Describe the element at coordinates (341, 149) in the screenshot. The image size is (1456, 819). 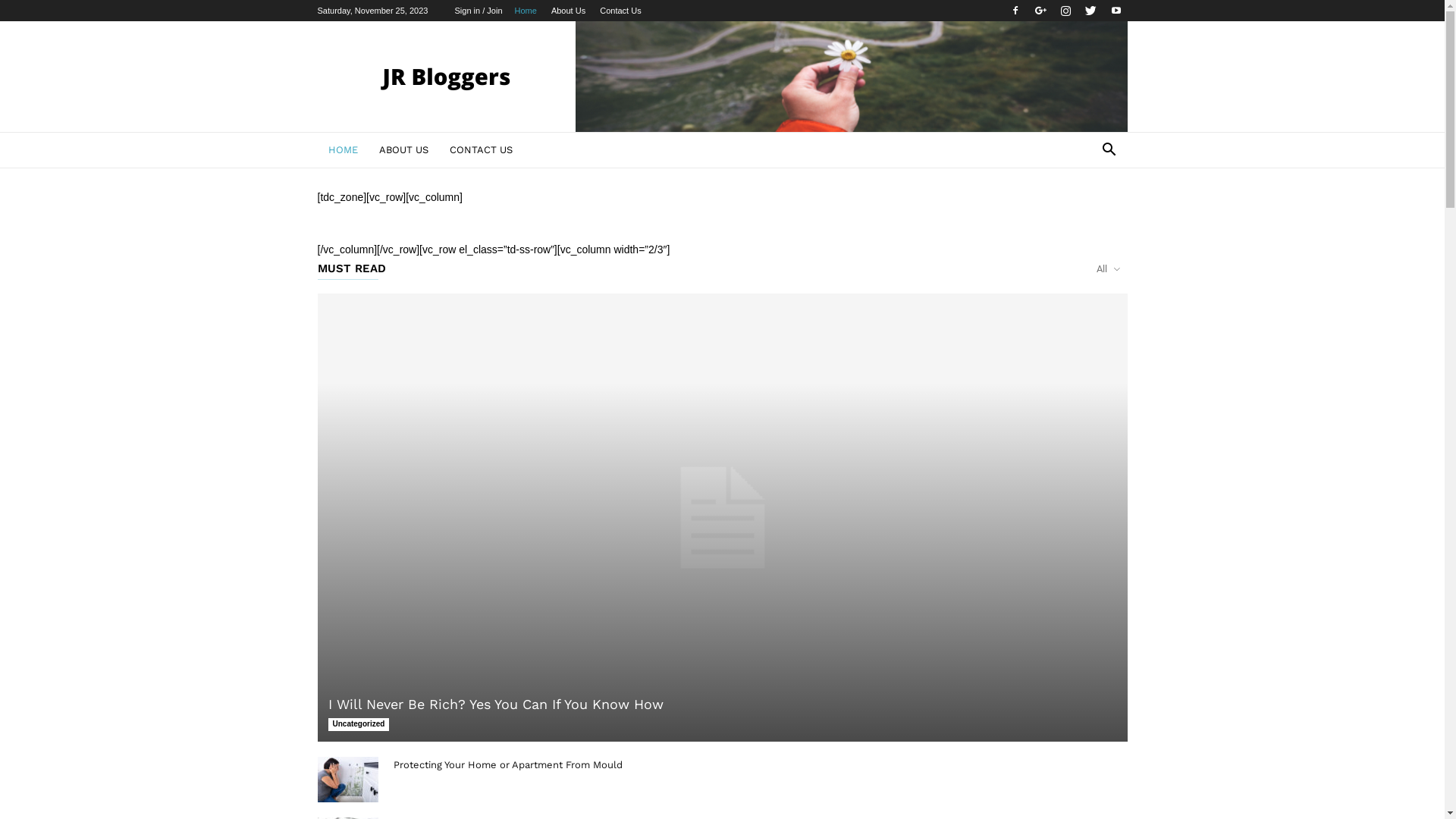
I see `'HOME'` at that location.